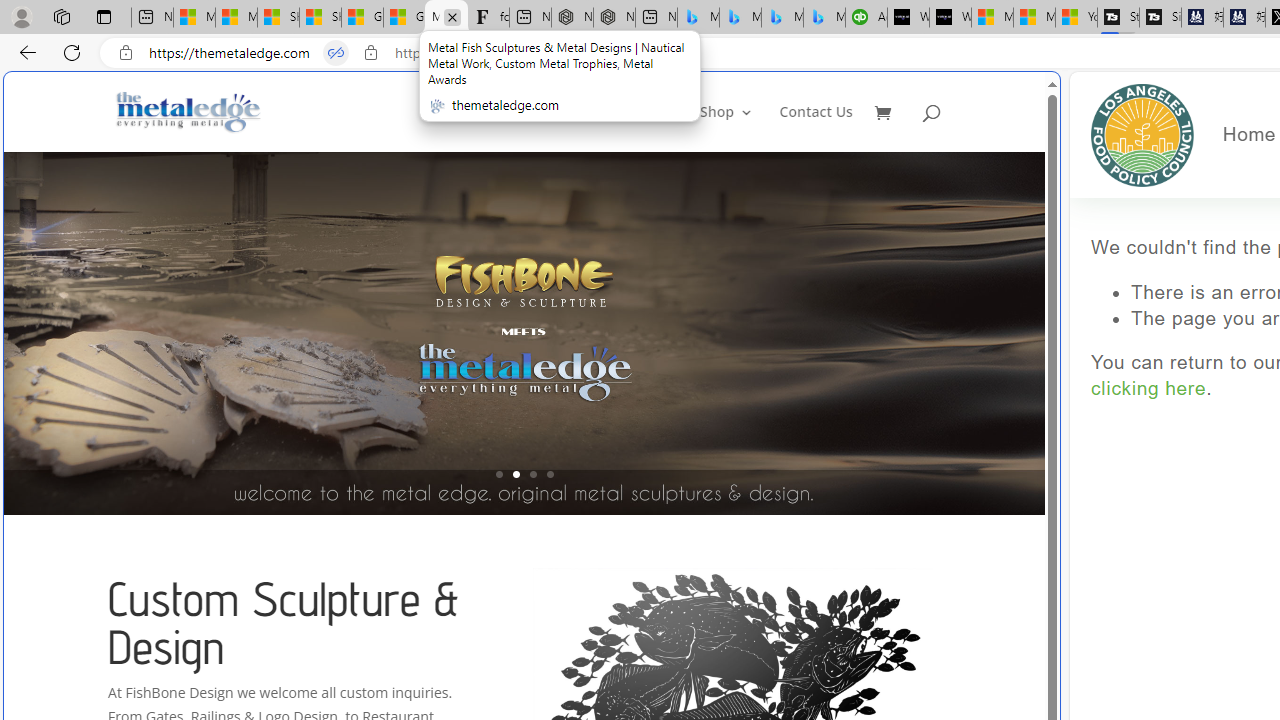 This screenshot has width=1280, height=720. Describe the element at coordinates (61, 16) in the screenshot. I see `'Workspaces'` at that location.